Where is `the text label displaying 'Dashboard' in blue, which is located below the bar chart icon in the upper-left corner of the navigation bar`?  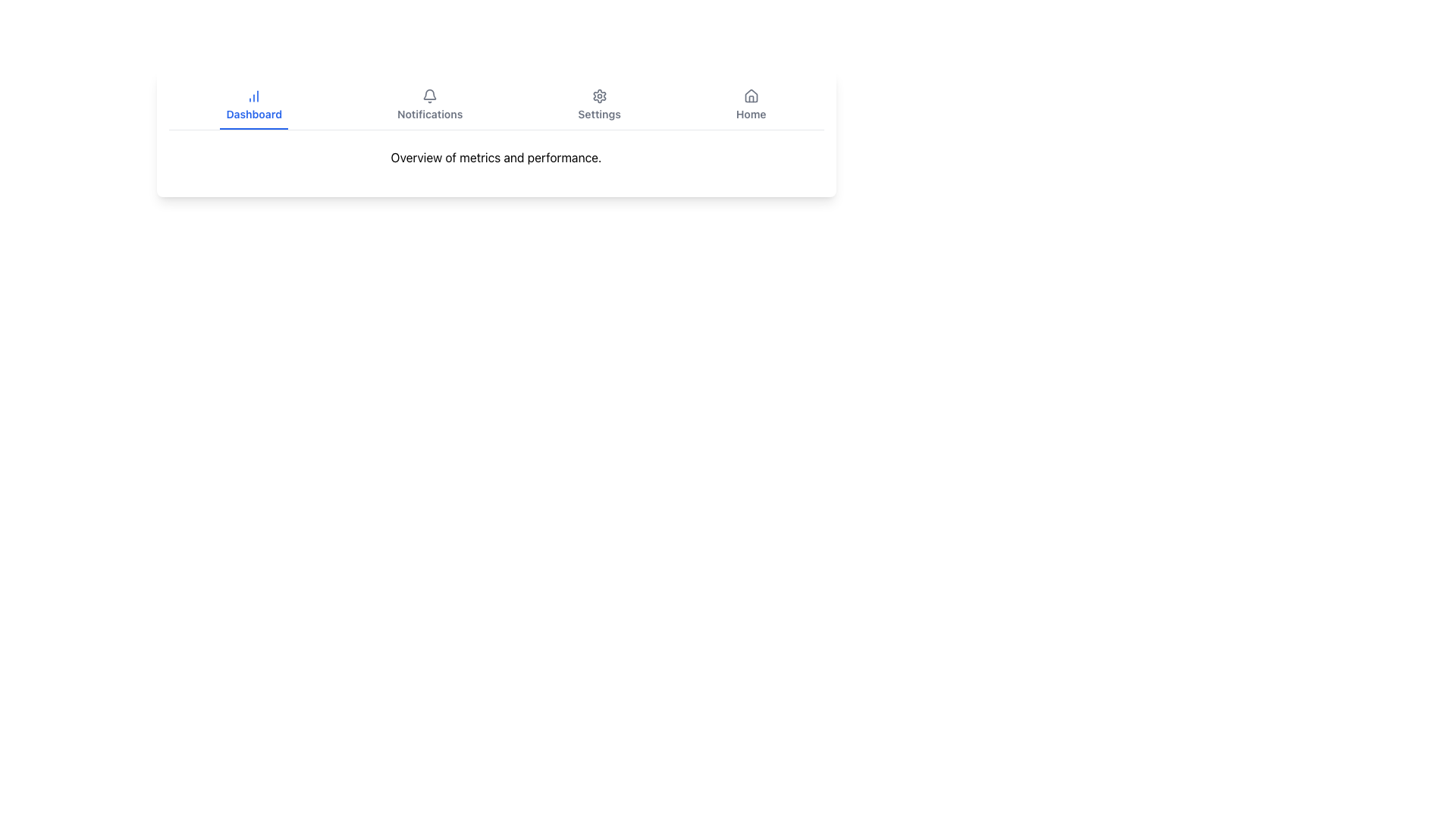 the text label displaying 'Dashboard' in blue, which is located below the bar chart icon in the upper-left corner of the navigation bar is located at coordinates (254, 113).